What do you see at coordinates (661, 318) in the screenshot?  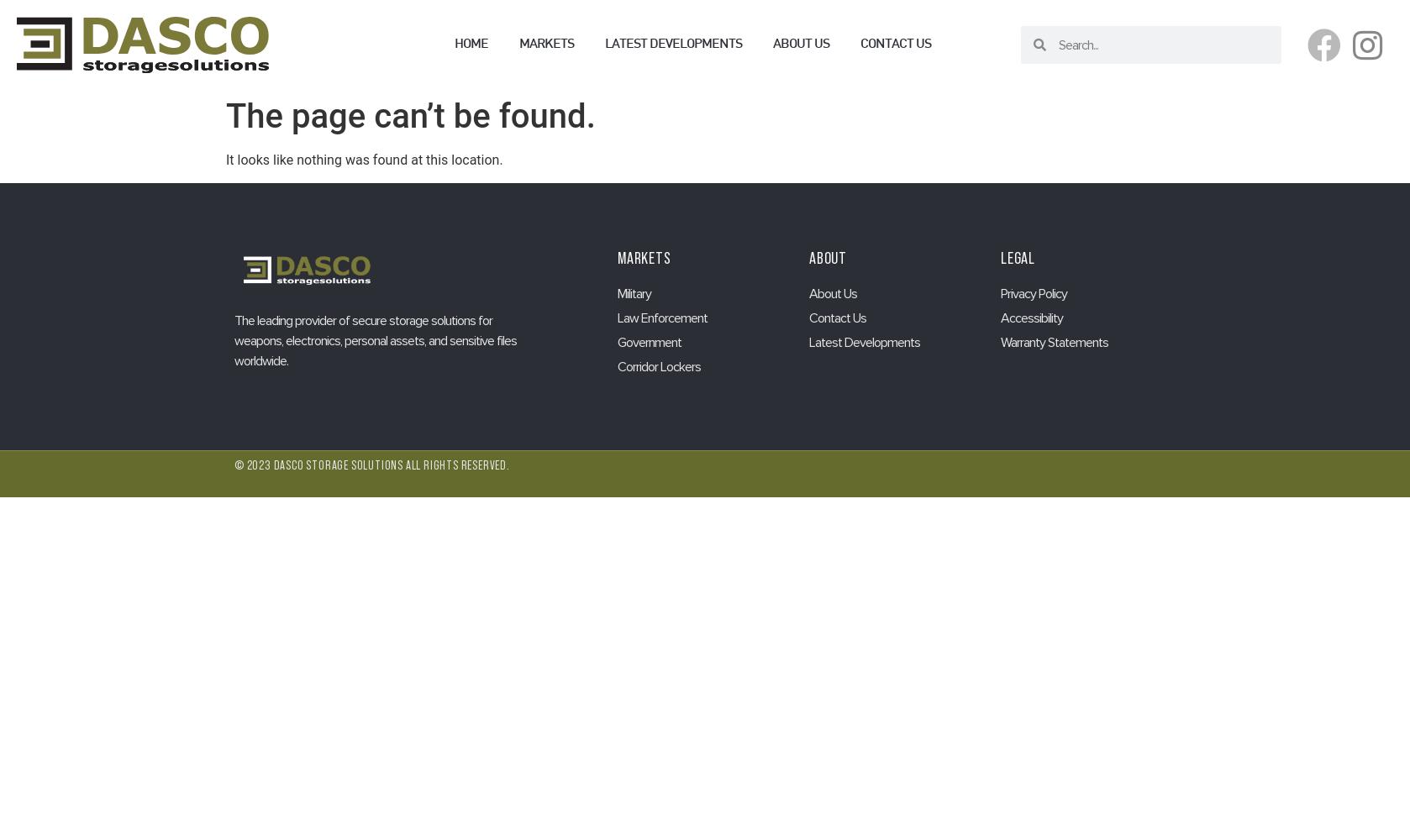 I see `'Law Enforcement'` at bounding box center [661, 318].